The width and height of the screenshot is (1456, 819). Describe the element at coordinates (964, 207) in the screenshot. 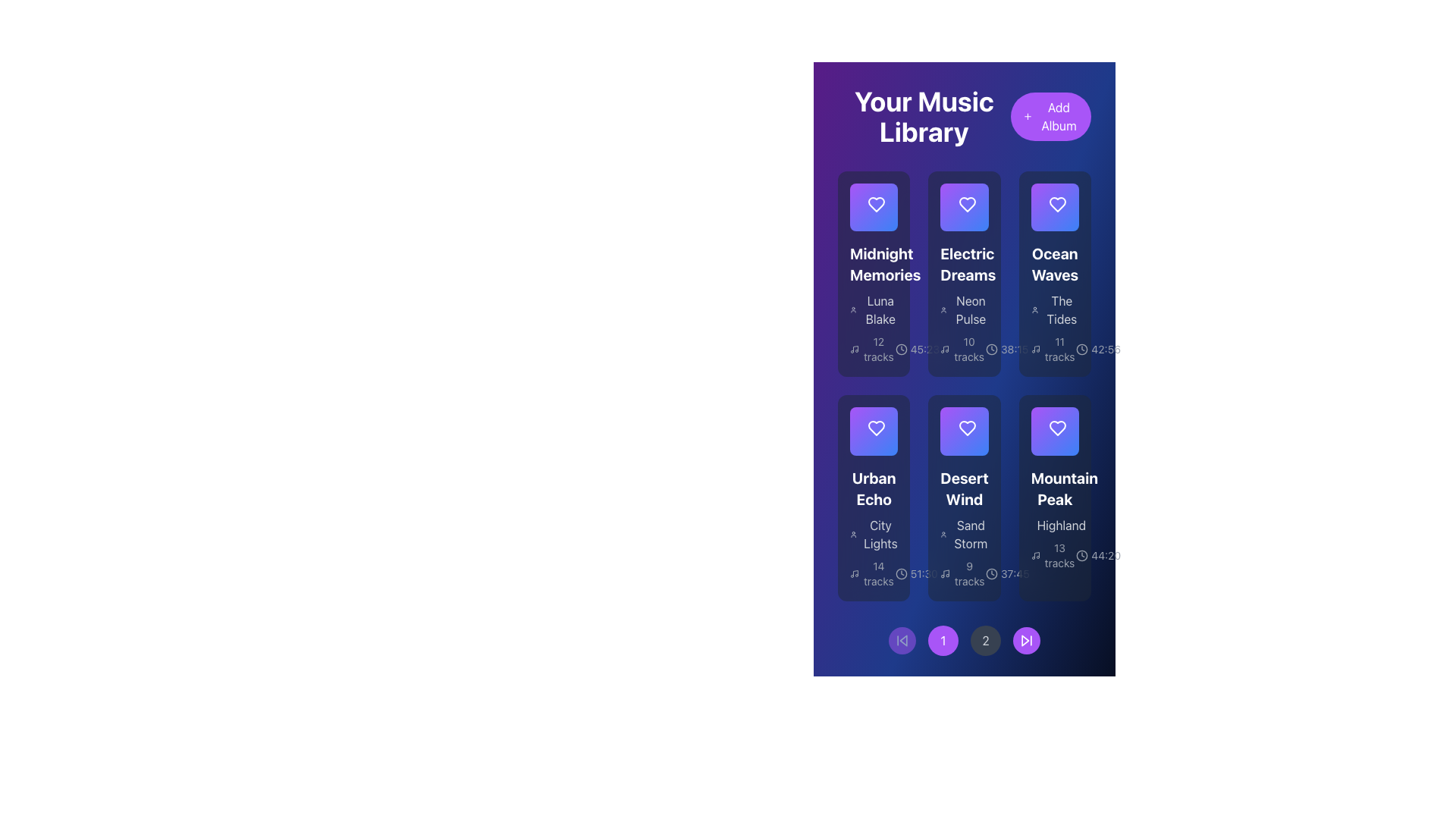

I see `the play button for the 'Electric Dreams' album located in the second column of the top row in the grid layout` at that location.